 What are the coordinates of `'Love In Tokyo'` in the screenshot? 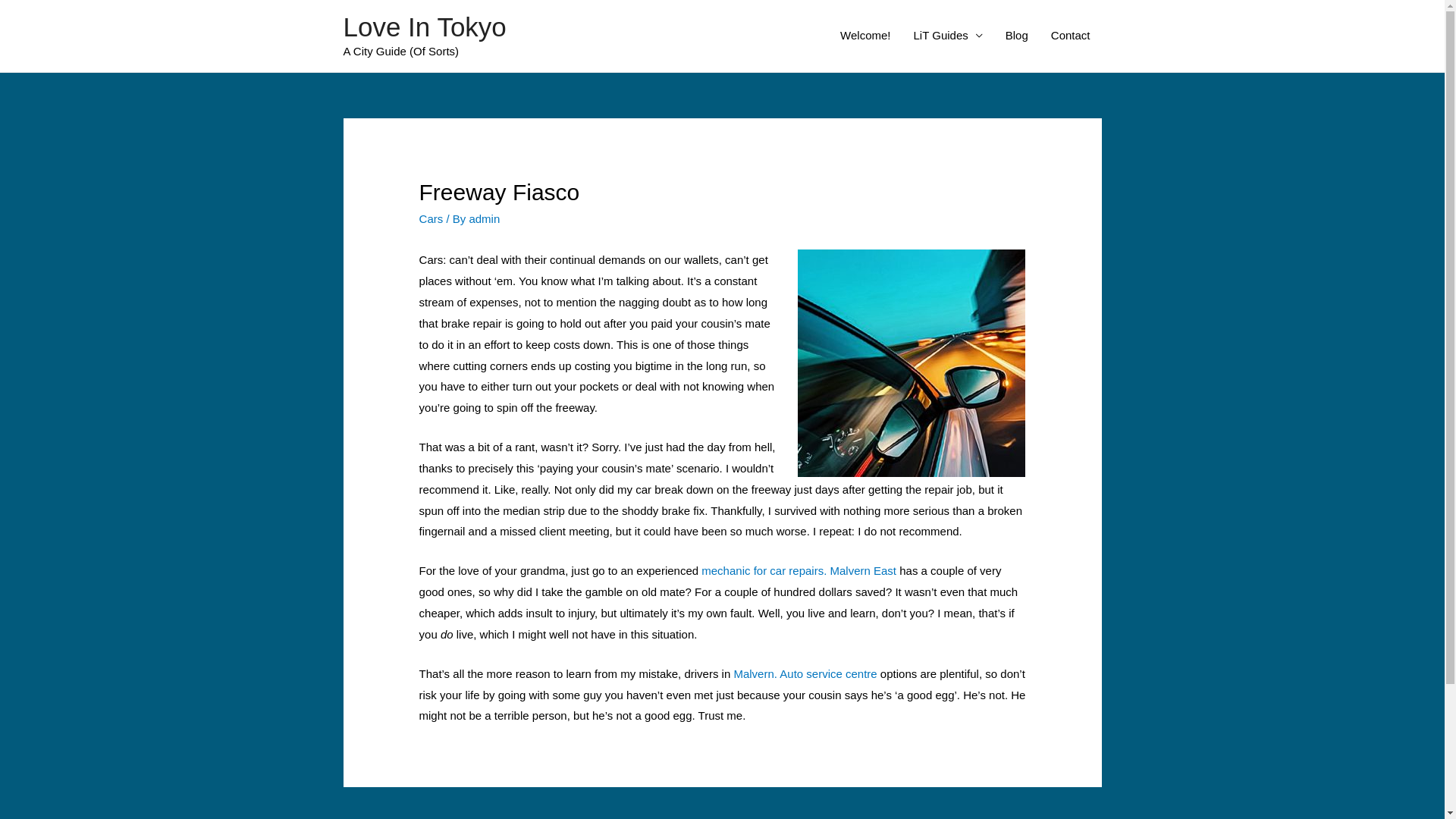 It's located at (424, 27).